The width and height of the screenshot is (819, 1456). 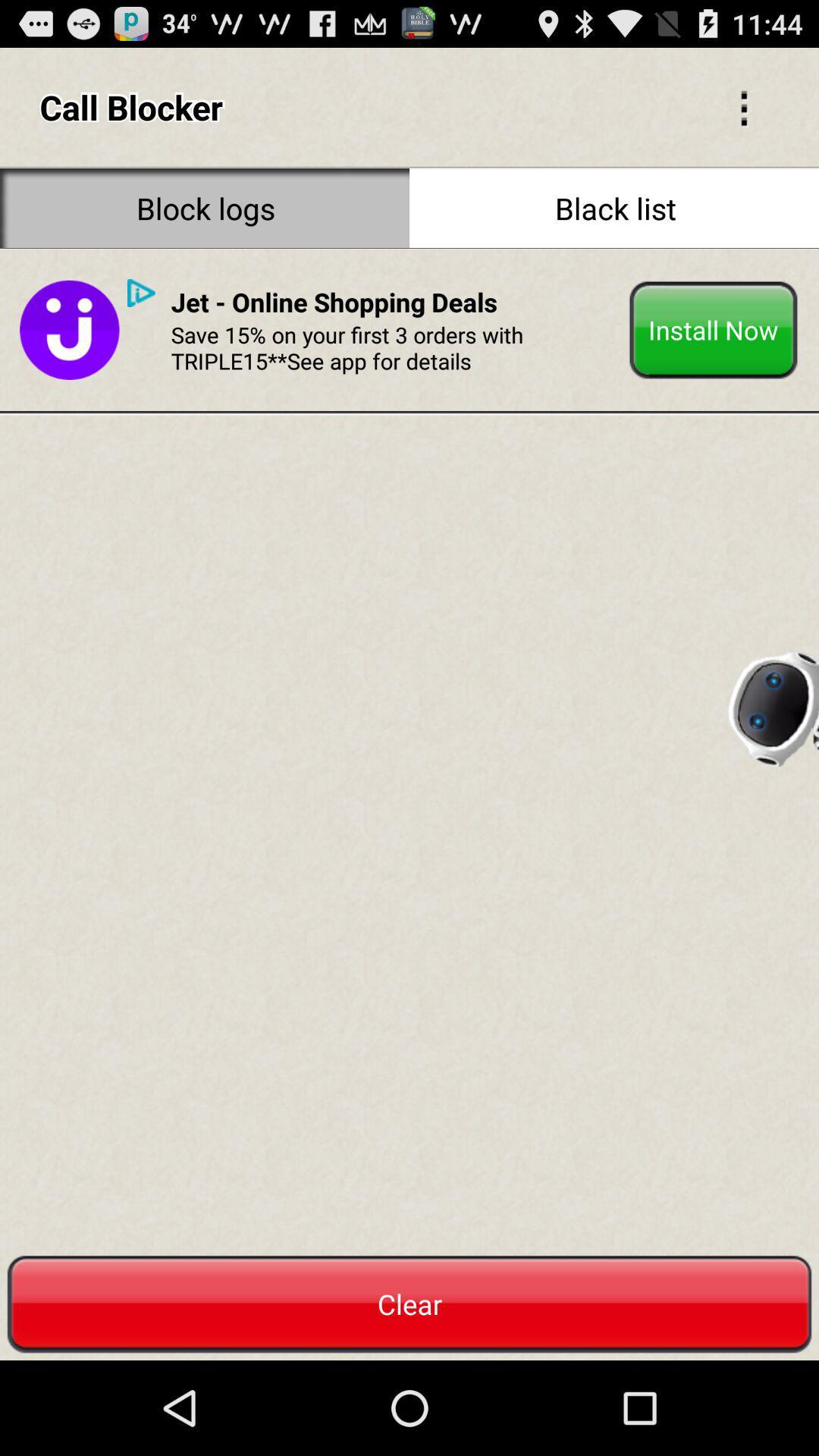 What do you see at coordinates (714, 329) in the screenshot?
I see `the install now button on the web page` at bounding box center [714, 329].